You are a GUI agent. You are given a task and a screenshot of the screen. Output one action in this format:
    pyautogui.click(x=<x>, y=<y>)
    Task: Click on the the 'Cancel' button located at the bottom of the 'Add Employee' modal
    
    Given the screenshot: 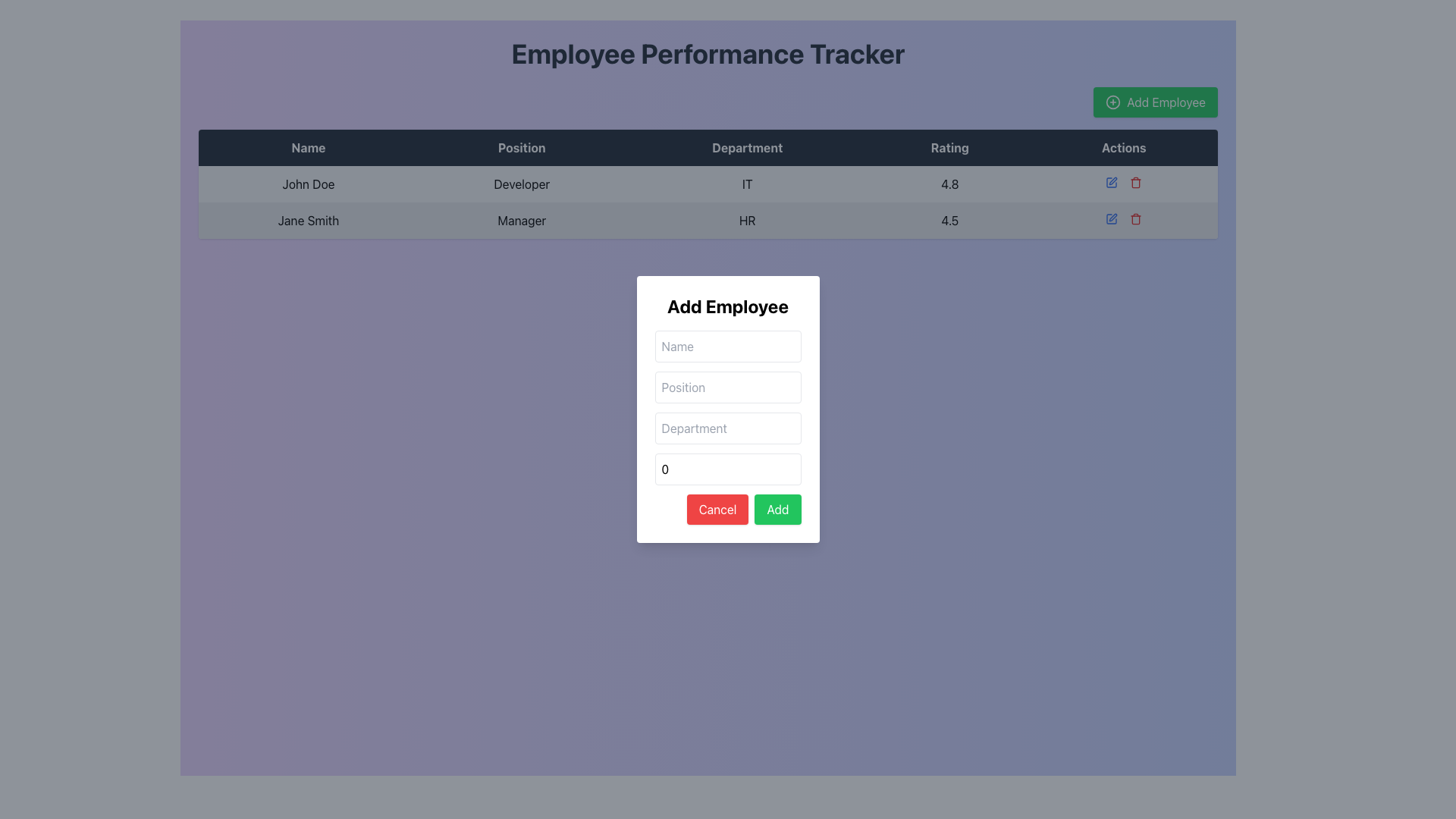 What is the action you would take?
    pyautogui.click(x=716, y=509)
    